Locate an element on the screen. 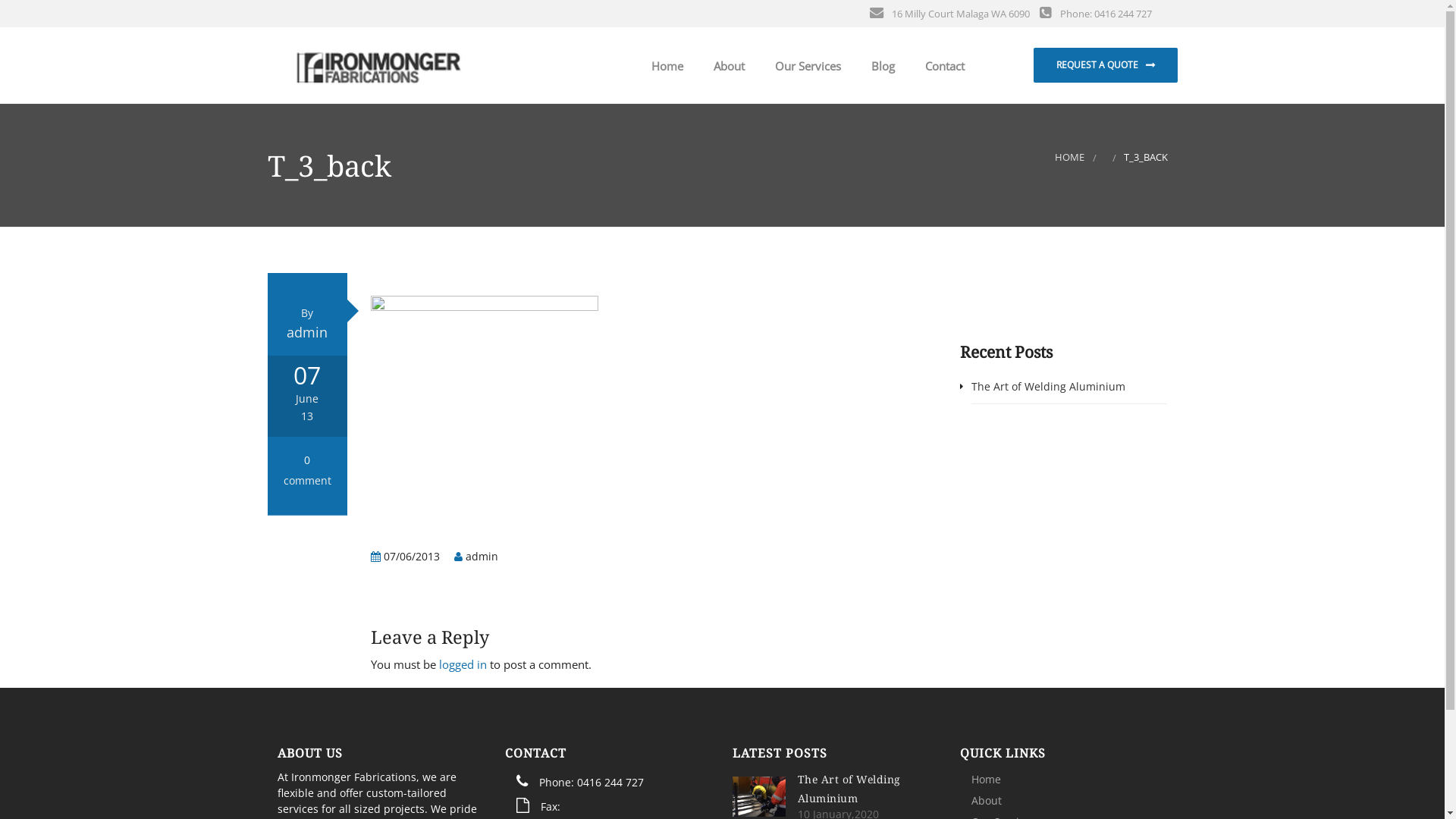  'The Art of Welding Aluminium' is located at coordinates (848, 788).